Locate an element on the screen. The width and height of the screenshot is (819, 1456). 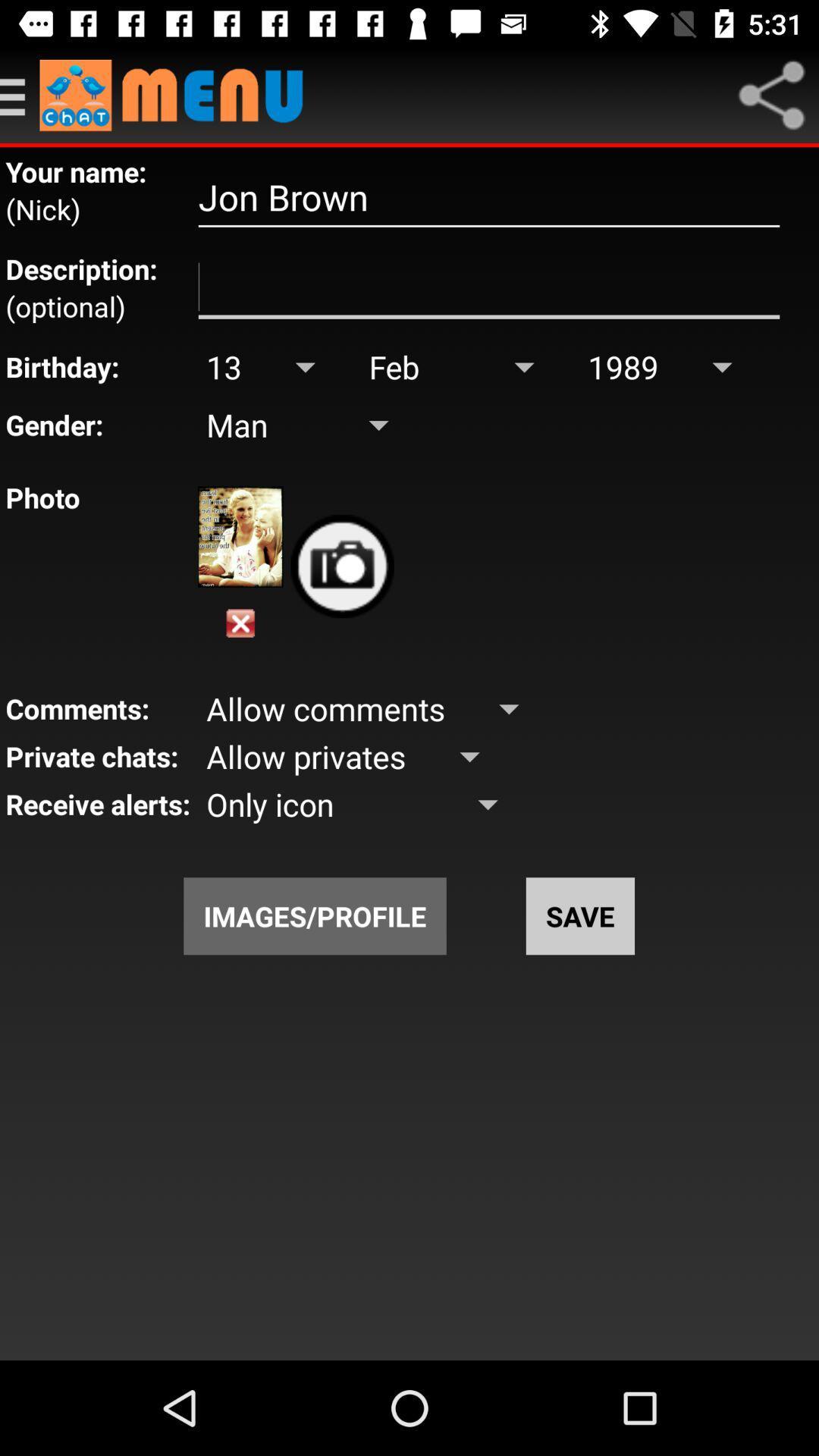
share button is located at coordinates (771, 94).